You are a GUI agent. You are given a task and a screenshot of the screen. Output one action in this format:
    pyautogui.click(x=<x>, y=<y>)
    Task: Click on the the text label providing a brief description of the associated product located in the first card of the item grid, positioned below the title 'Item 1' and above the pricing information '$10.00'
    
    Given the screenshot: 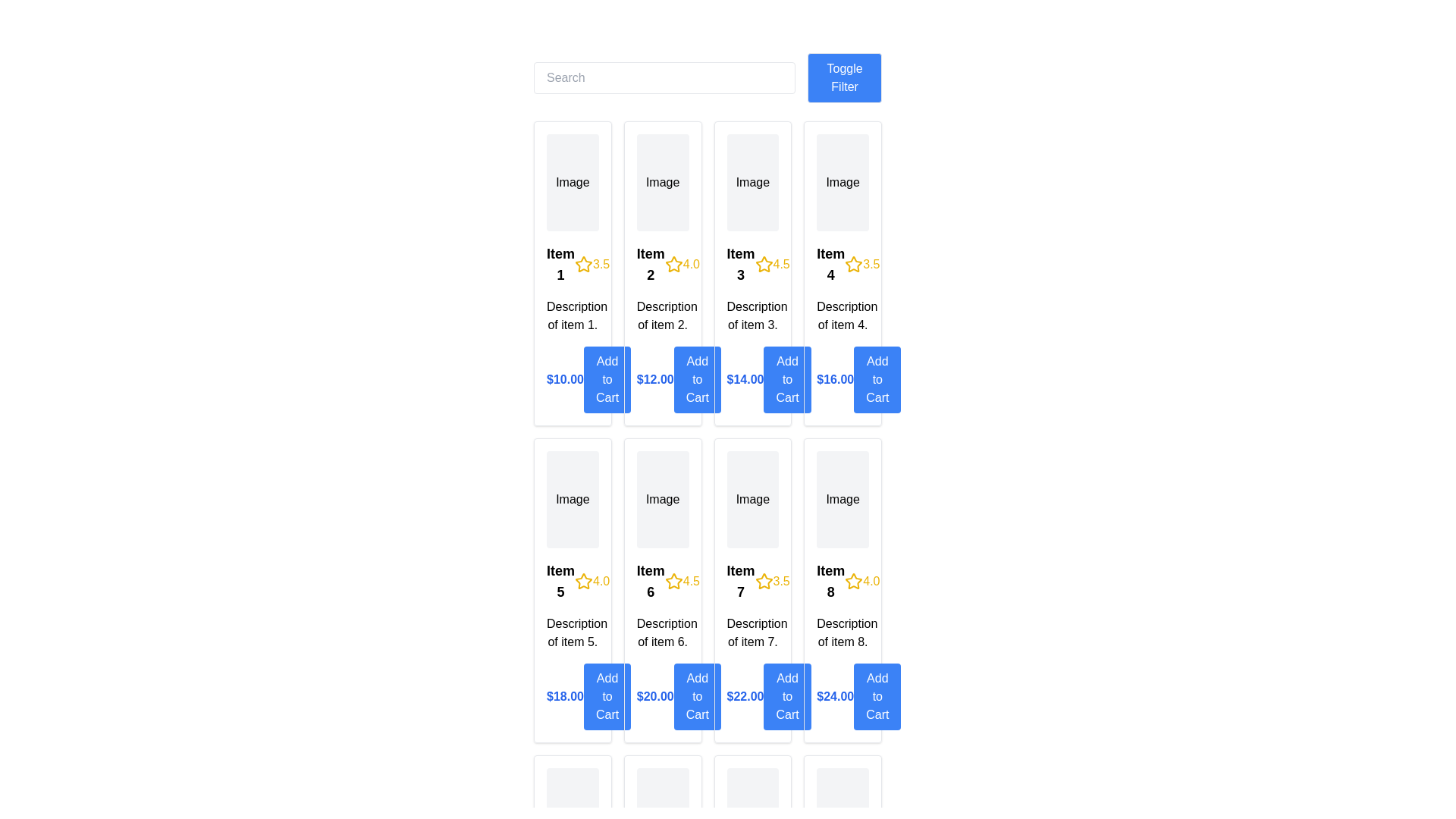 What is the action you would take?
    pyautogui.click(x=572, y=315)
    